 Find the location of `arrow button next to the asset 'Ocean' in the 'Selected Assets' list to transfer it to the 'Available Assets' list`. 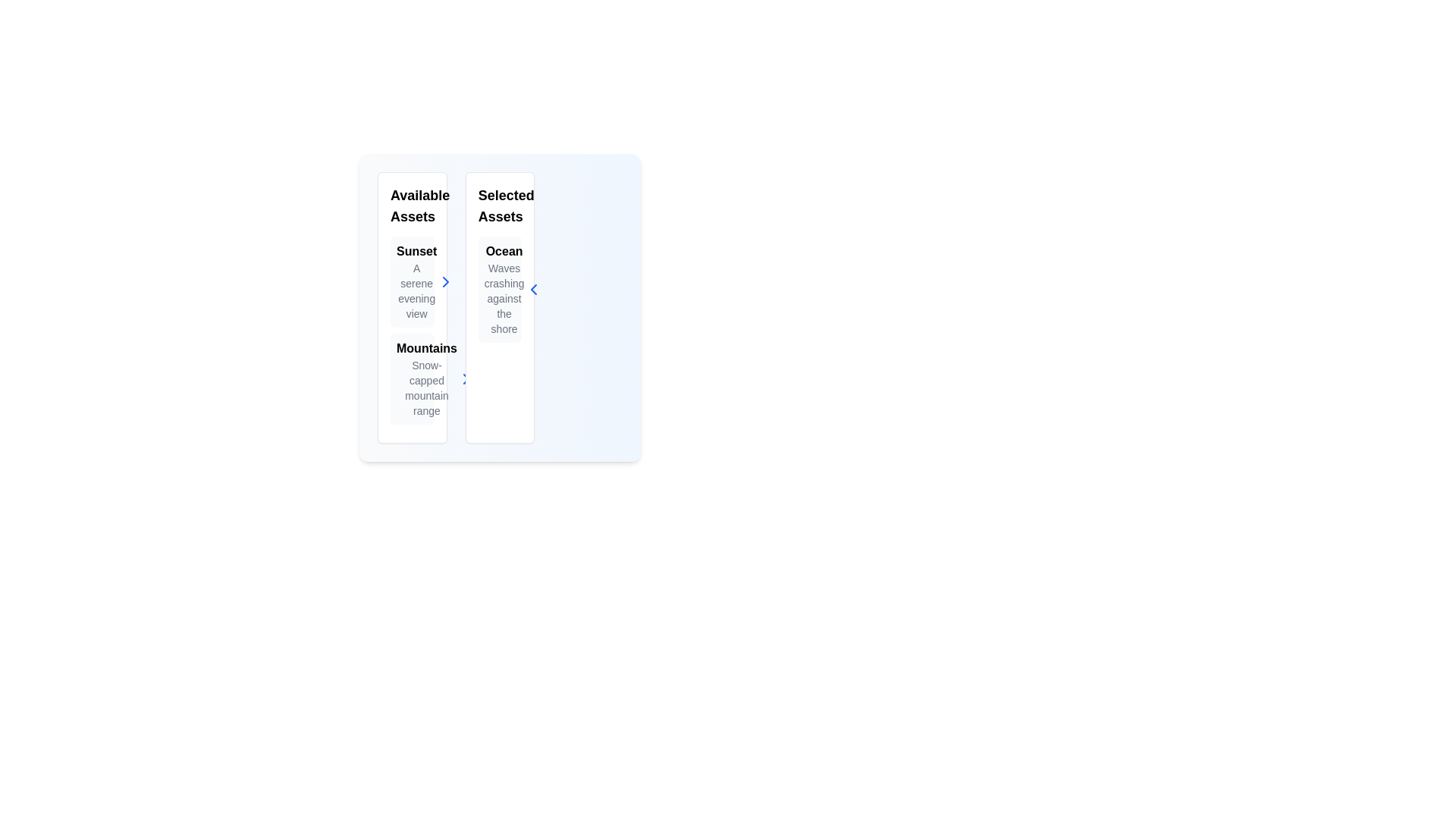

arrow button next to the asset 'Ocean' in the 'Selected Assets' list to transfer it to the 'Available Assets' list is located at coordinates (533, 289).